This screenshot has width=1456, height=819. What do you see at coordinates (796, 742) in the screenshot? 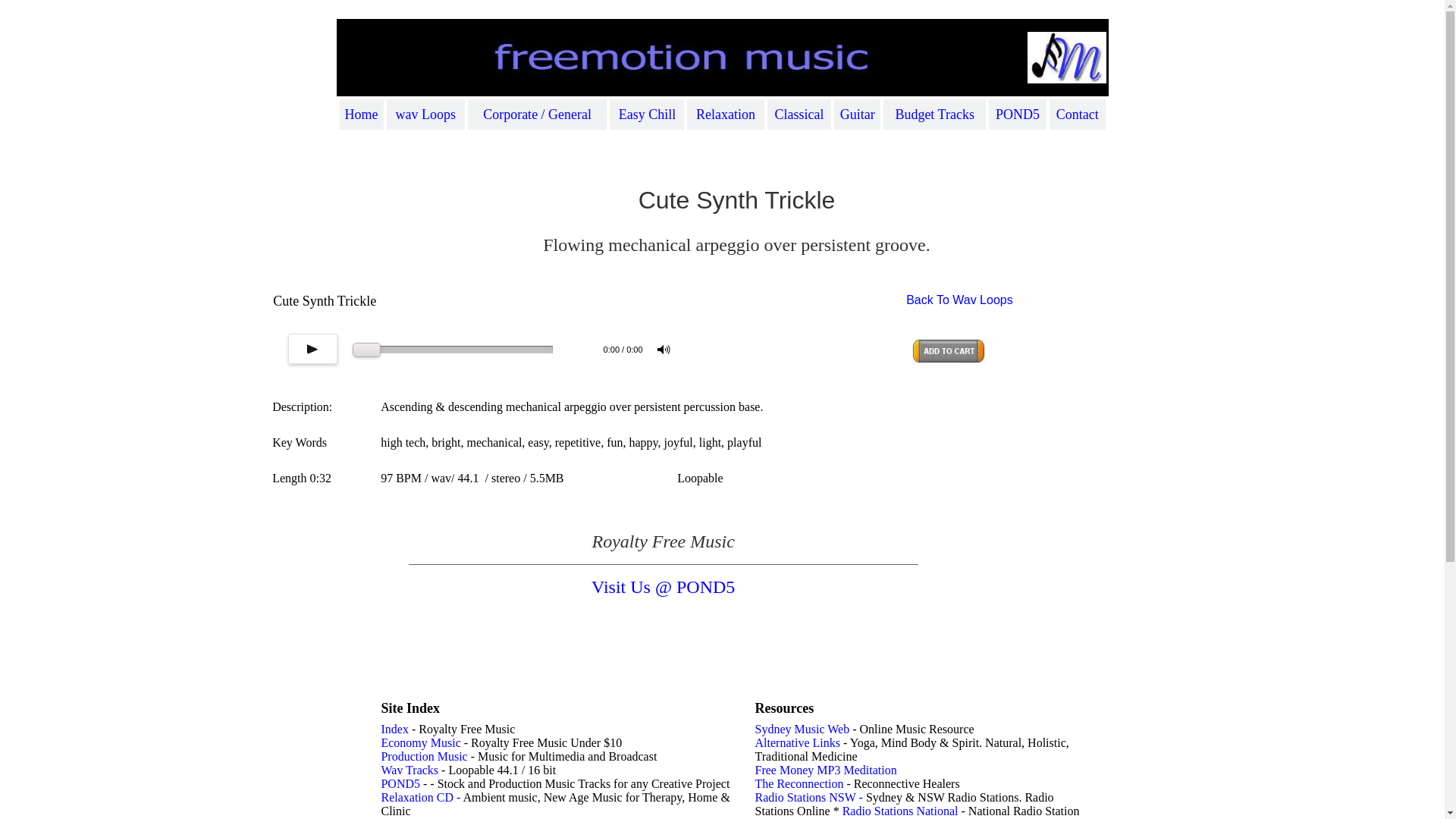
I see `'Alternative Links'` at bounding box center [796, 742].